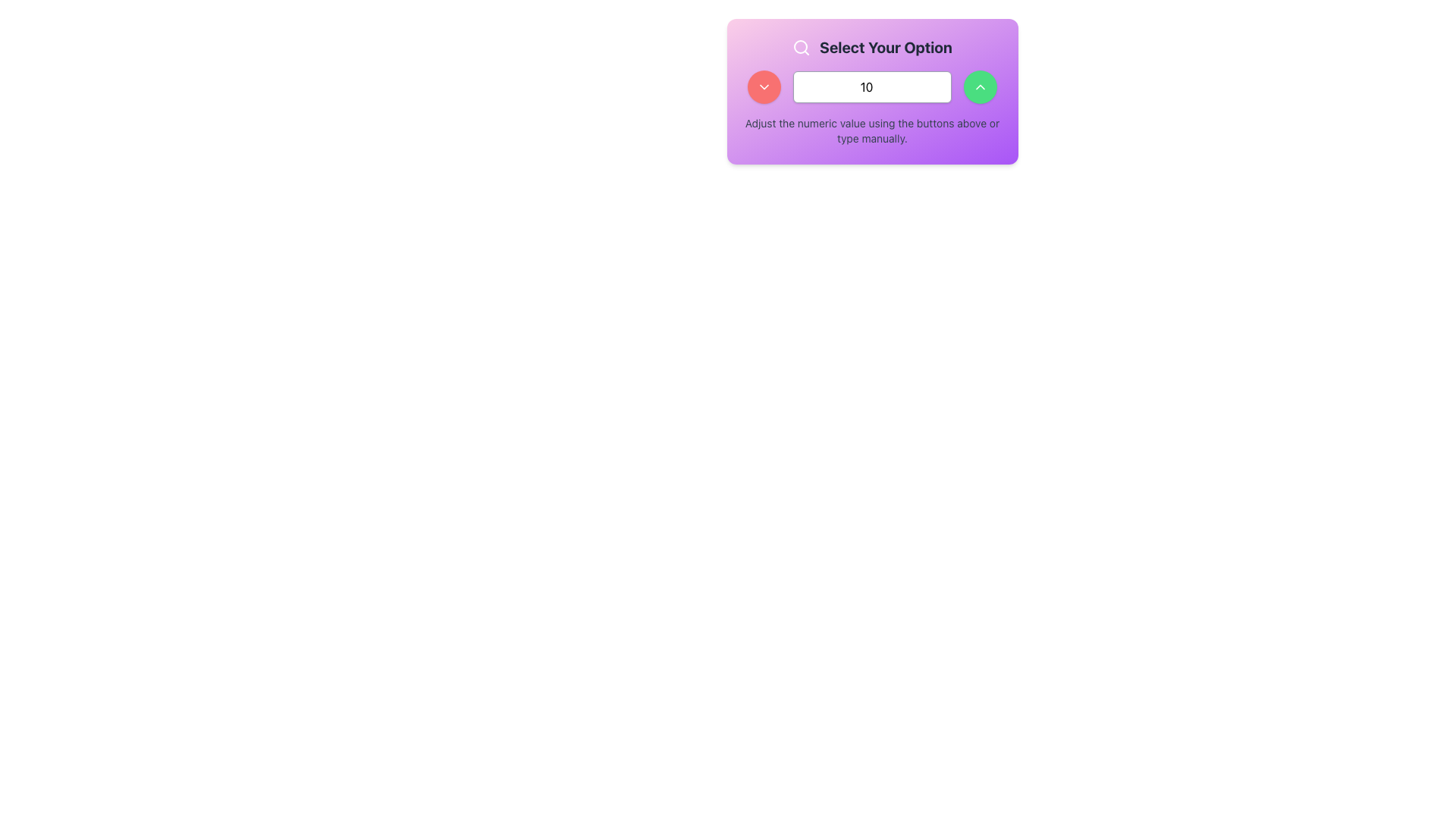  I want to click on the text label that serves as the header for the card interface, positioned at the top of the card component, so click(872, 46).